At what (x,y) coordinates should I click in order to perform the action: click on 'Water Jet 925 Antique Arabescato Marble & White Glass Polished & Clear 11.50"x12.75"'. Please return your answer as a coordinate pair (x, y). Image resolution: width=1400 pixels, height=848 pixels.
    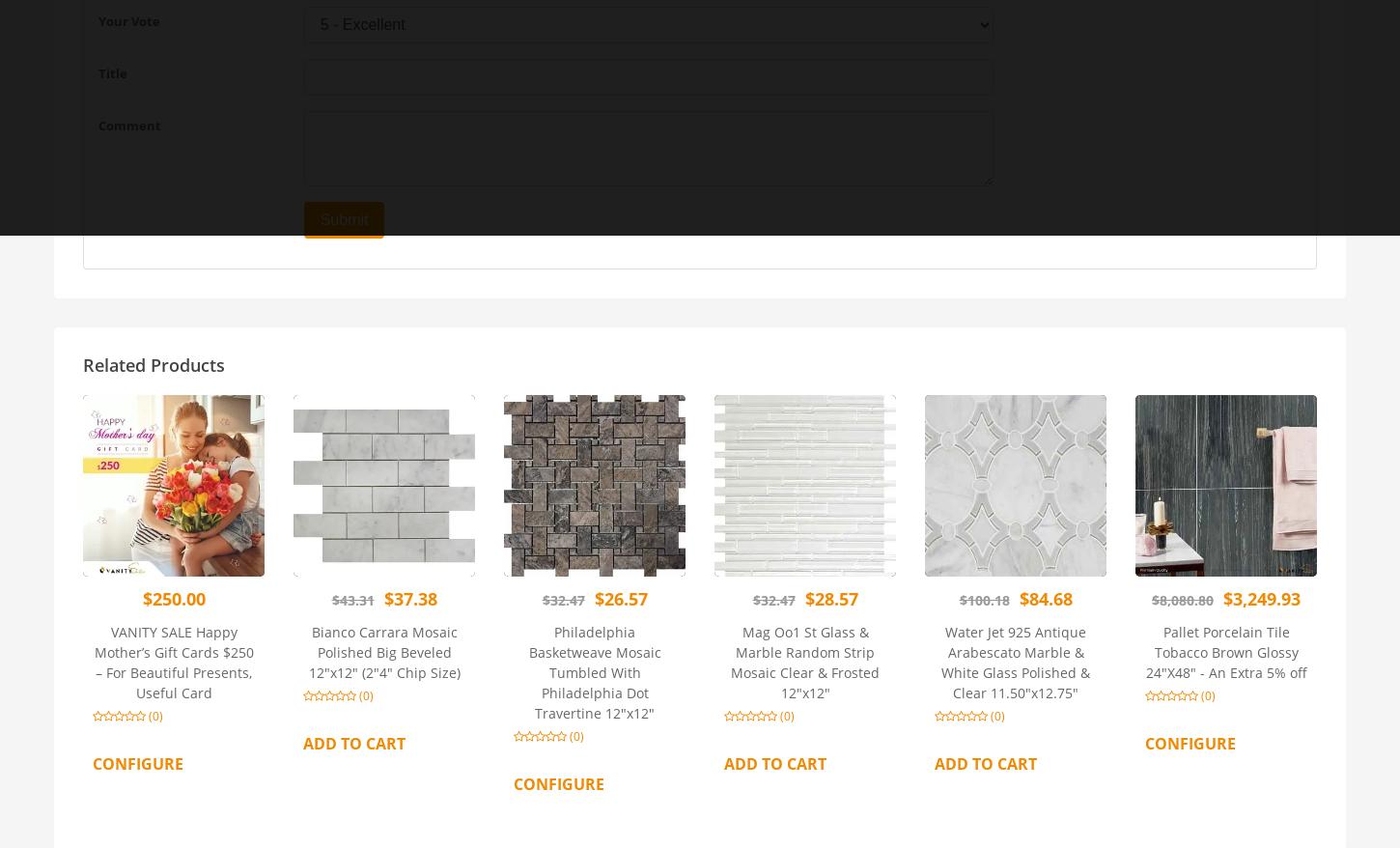
    Looking at the image, I should click on (1015, 662).